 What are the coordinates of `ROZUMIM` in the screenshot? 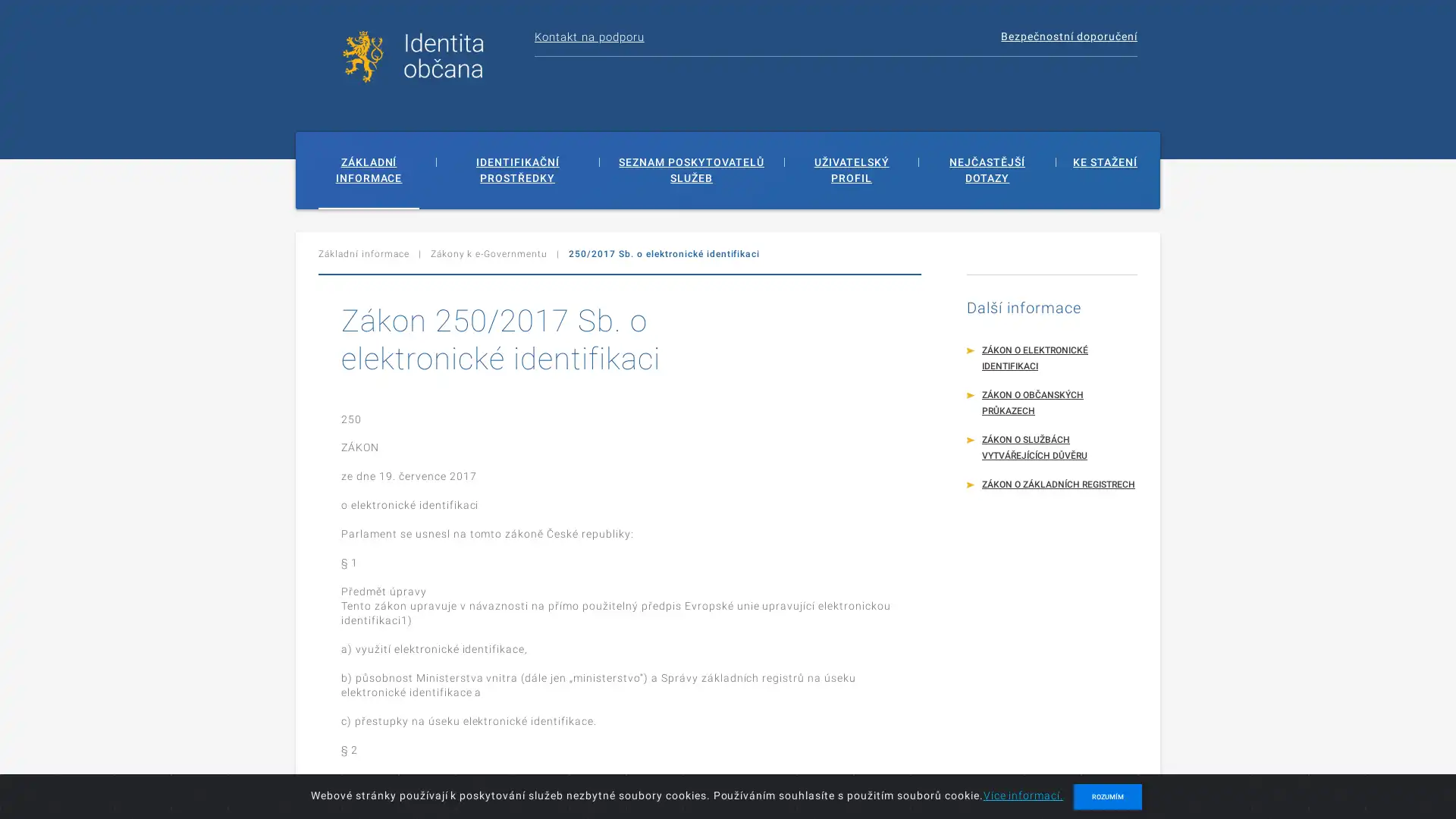 It's located at (1107, 795).